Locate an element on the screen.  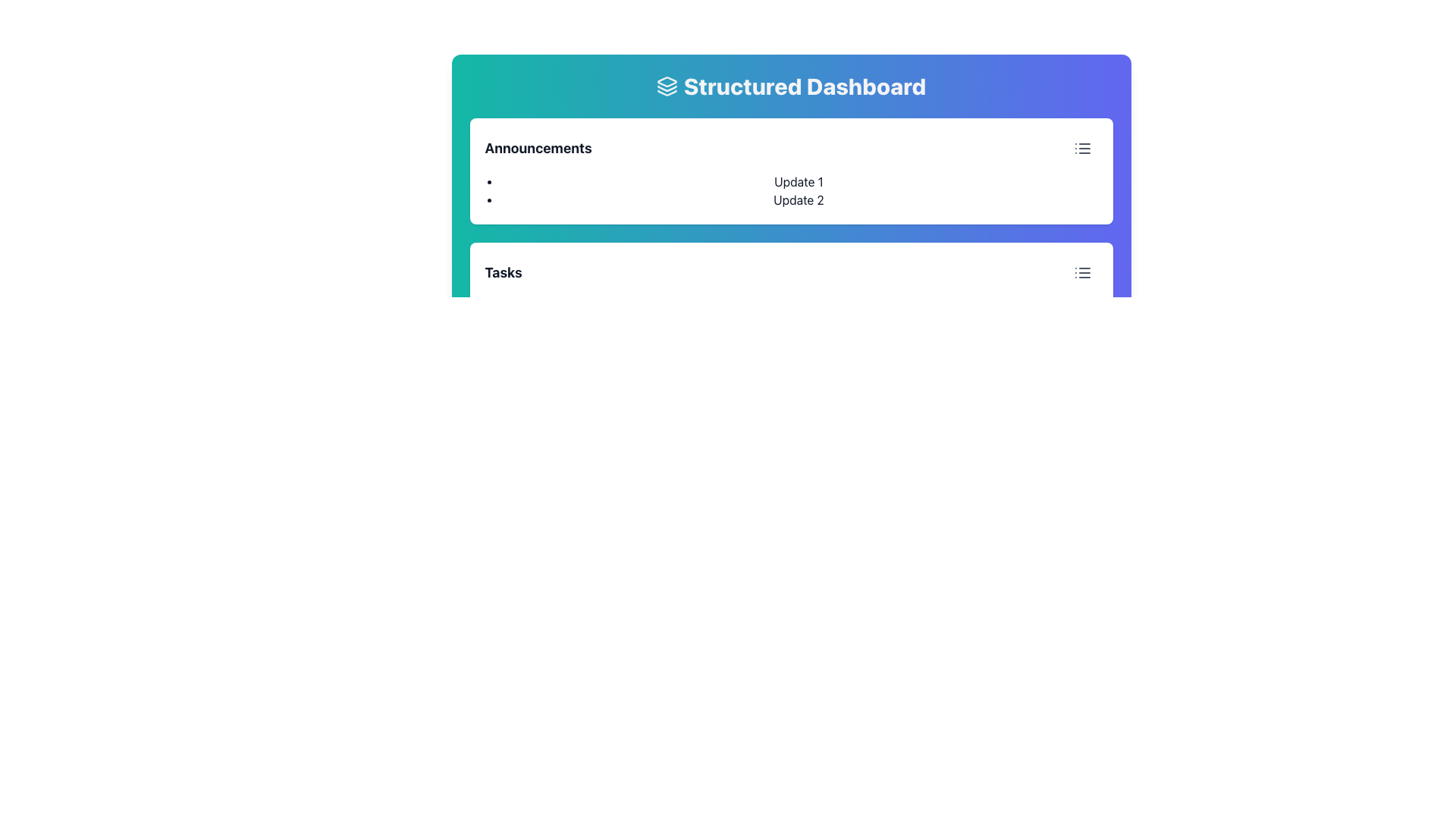
the icon located in the top-right corner of the 'Announcements' section is located at coordinates (1081, 149).